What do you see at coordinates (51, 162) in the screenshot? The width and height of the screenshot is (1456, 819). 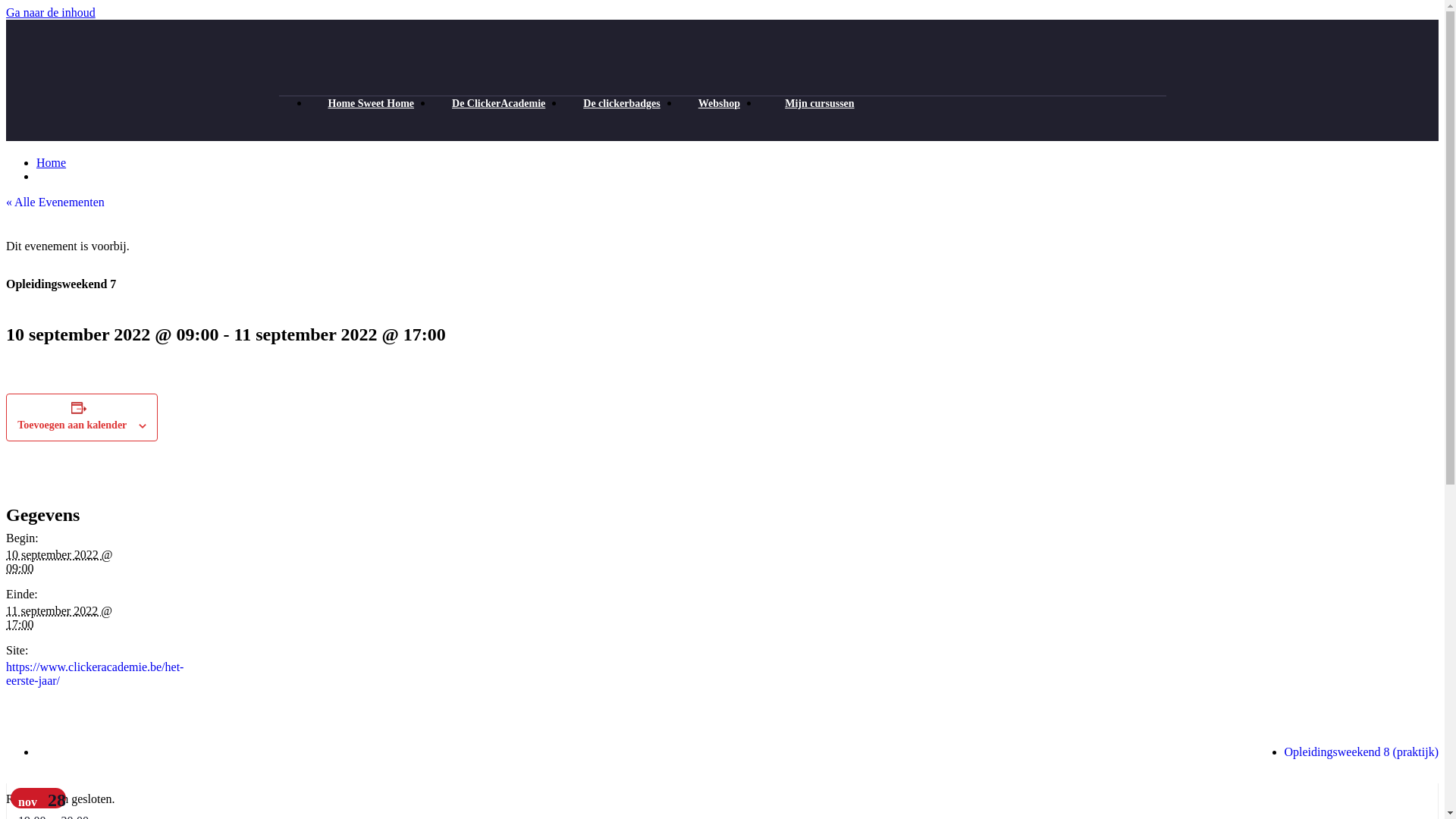 I see `'Home'` at bounding box center [51, 162].